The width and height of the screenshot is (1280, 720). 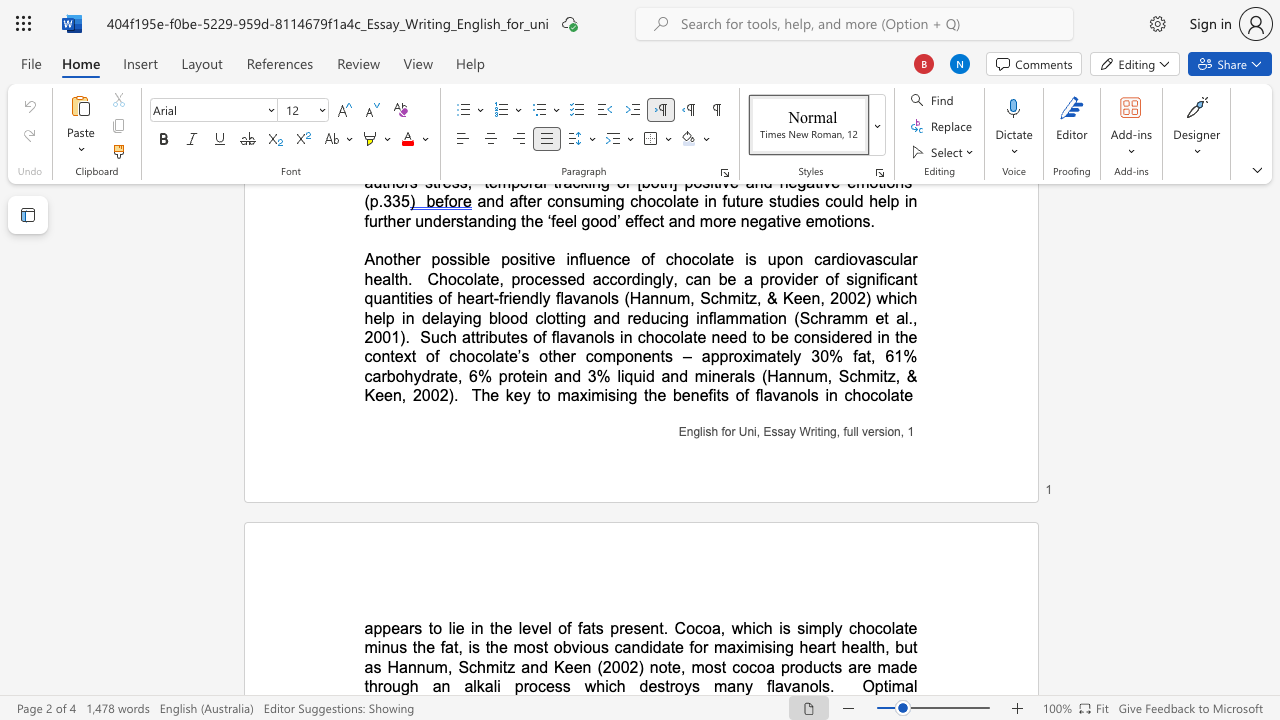 I want to click on the 6th character "r" in the text, so click(x=859, y=667).